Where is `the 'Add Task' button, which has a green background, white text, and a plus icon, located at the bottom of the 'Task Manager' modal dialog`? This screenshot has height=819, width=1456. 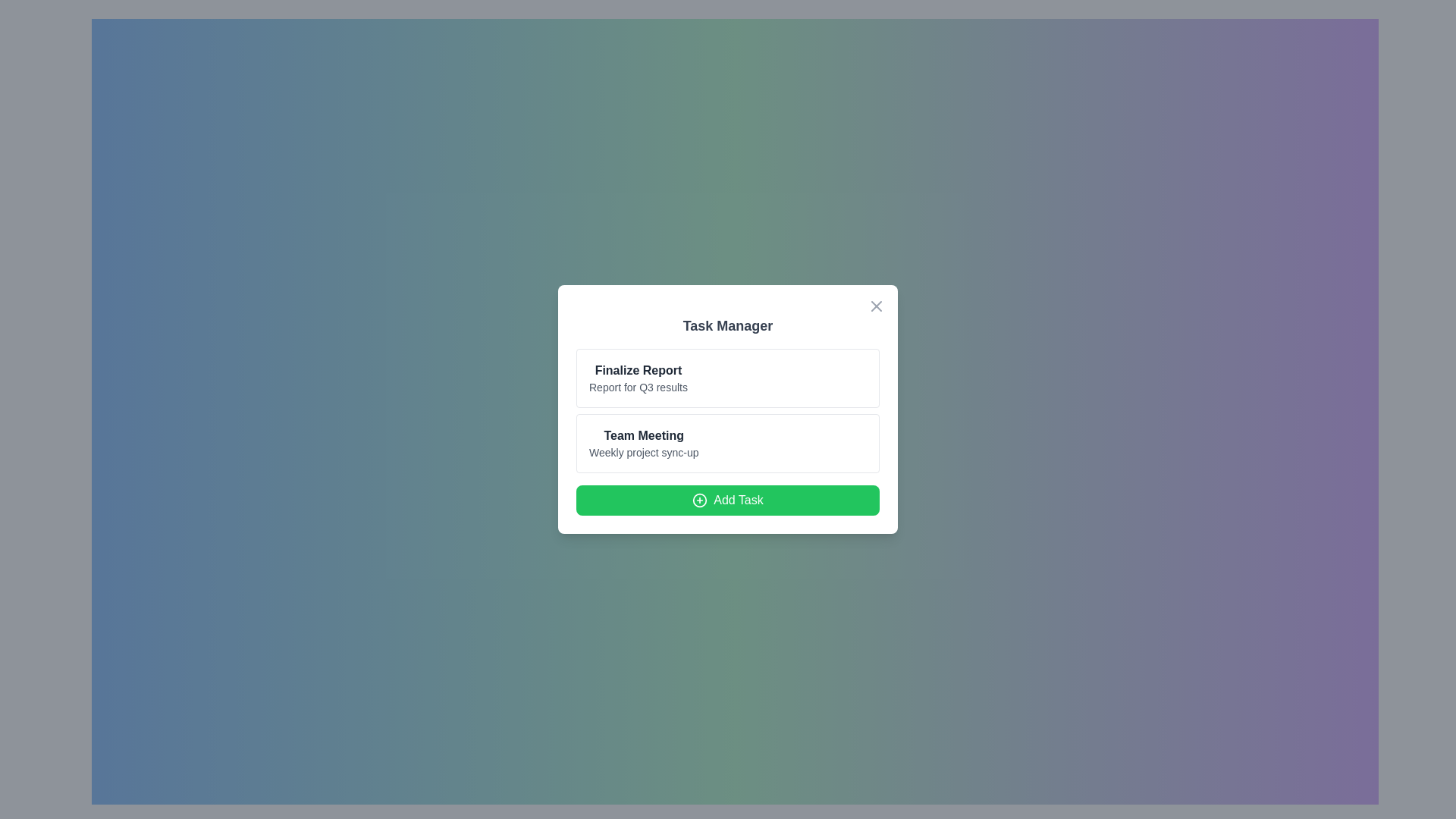
the 'Add Task' button, which has a green background, white text, and a plus icon, located at the bottom of the 'Task Manager' modal dialog is located at coordinates (739, 500).